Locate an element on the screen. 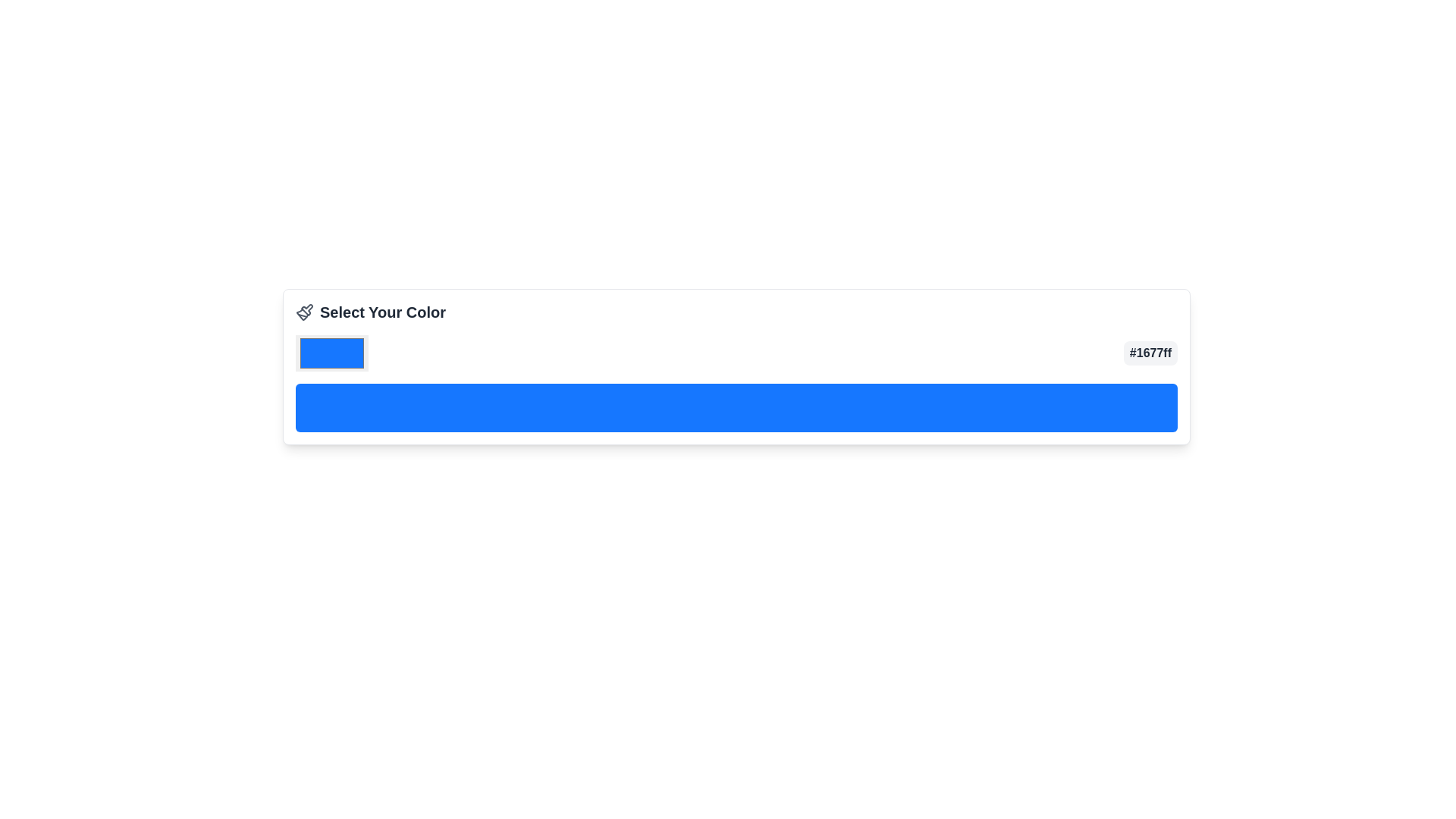  the rectangular blue color picker component located within the 'Select Your Color' panel is located at coordinates (331, 353).